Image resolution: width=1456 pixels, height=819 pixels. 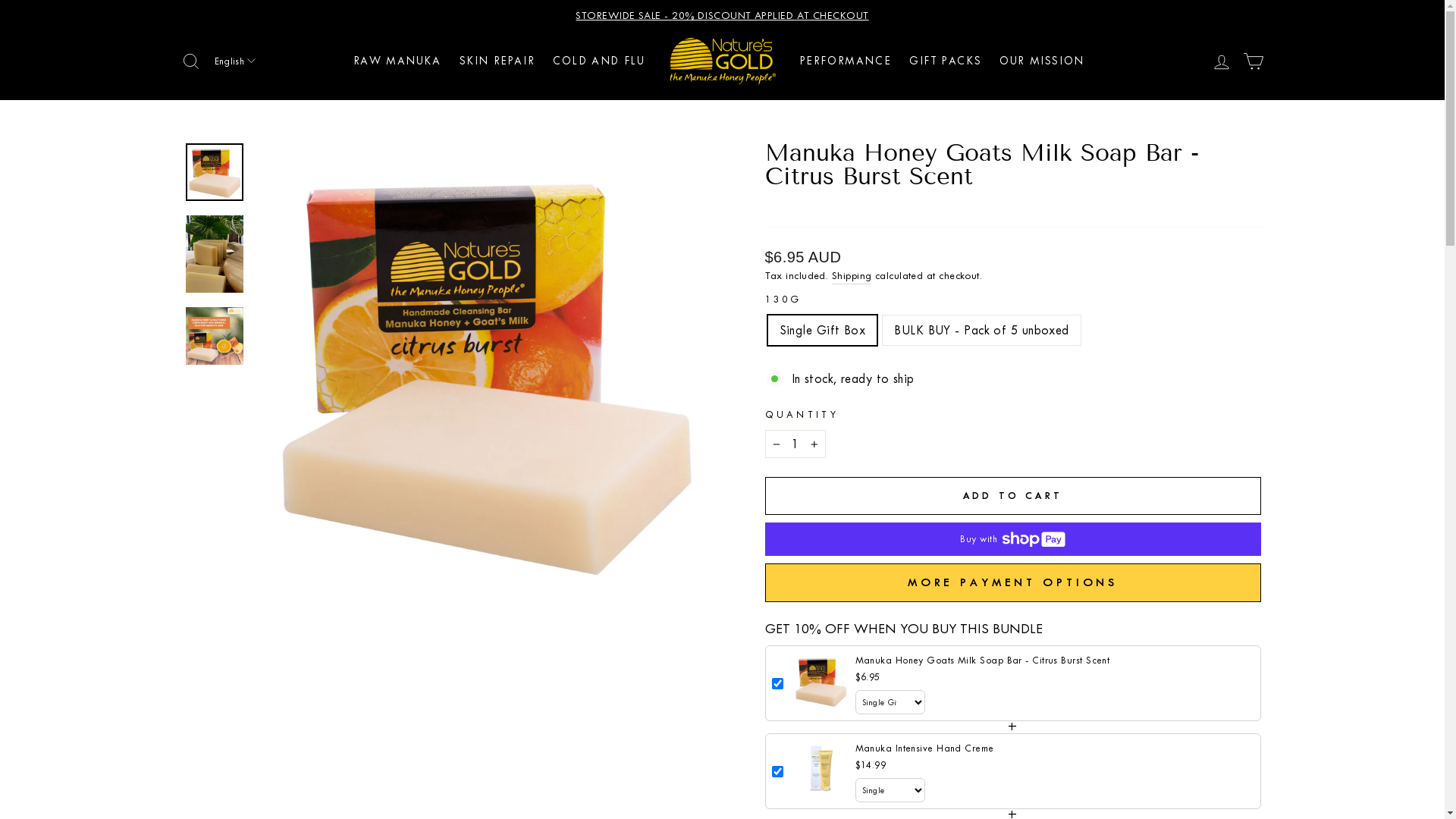 I want to click on 'ICON-SEARCH, so click(x=189, y=61).